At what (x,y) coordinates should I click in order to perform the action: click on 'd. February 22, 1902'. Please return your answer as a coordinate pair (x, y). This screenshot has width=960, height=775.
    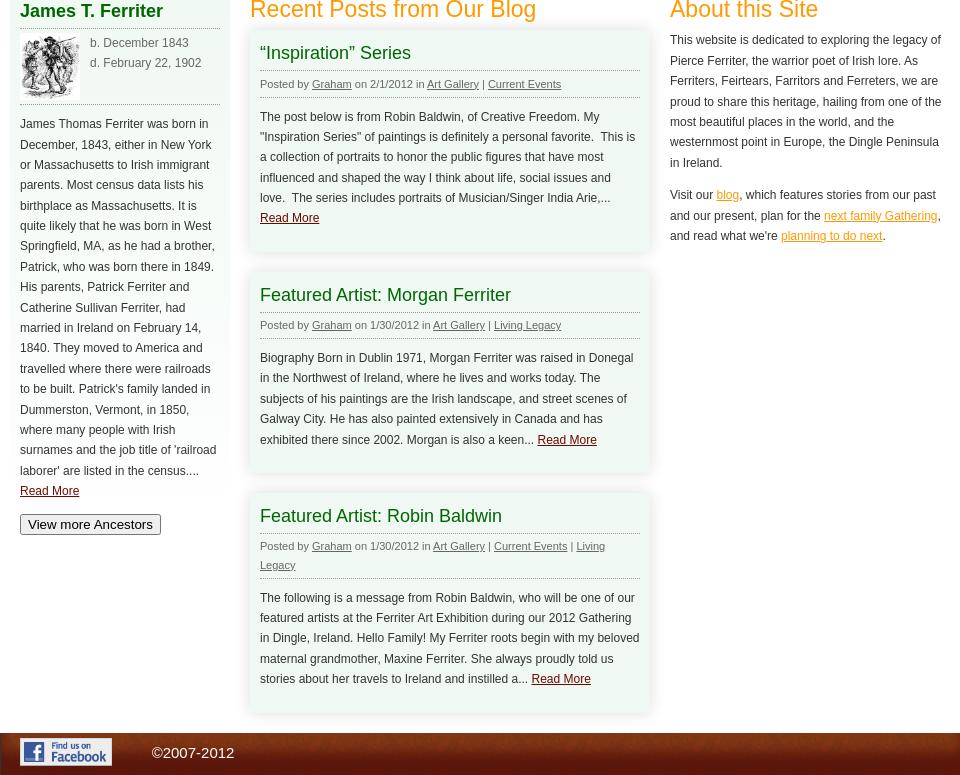
    Looking at the image, I should click on (144, 61).